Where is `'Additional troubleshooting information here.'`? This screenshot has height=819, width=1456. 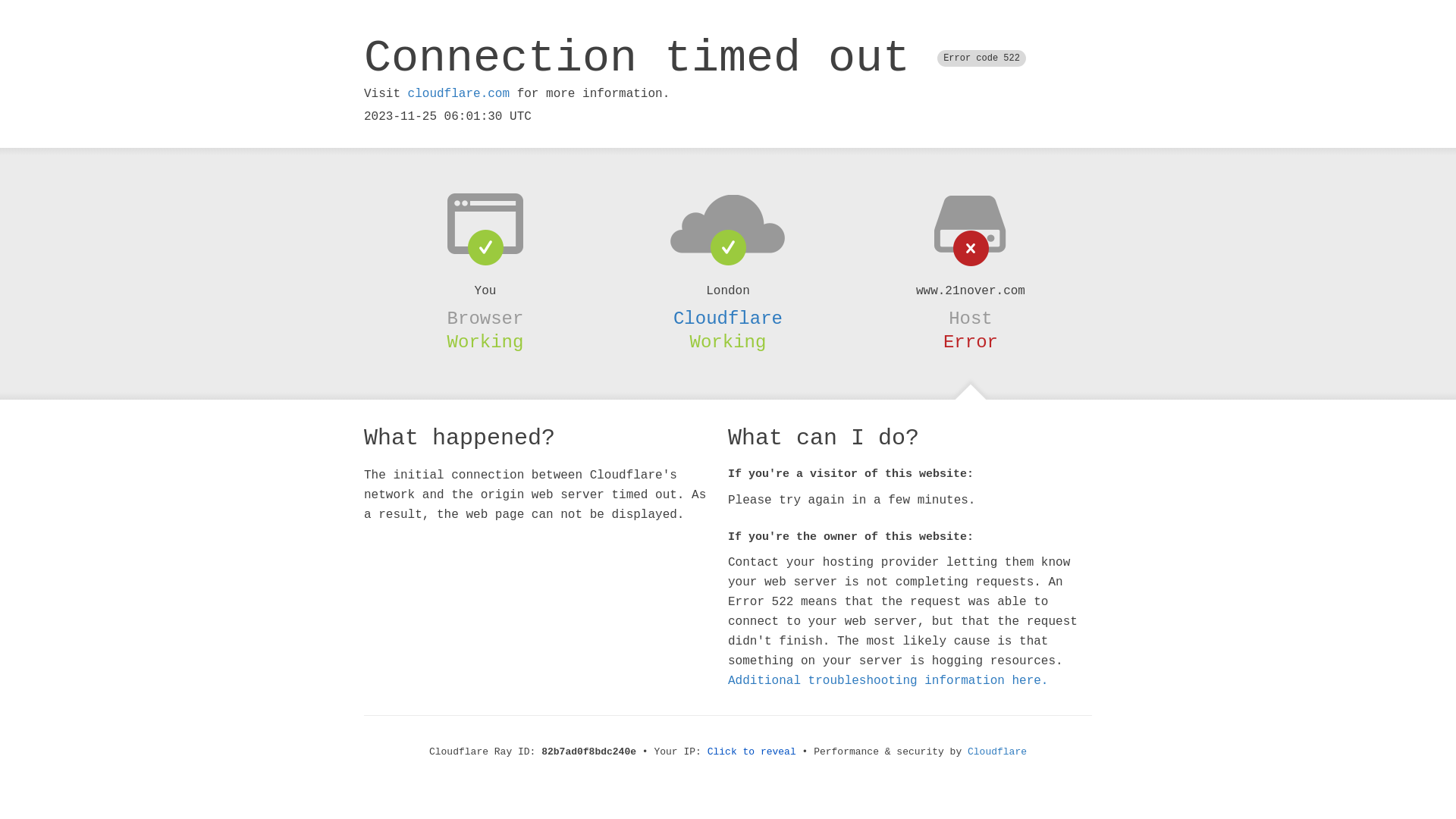 'Additional troubleshooting information here.' is located at coordinates (888, 680).